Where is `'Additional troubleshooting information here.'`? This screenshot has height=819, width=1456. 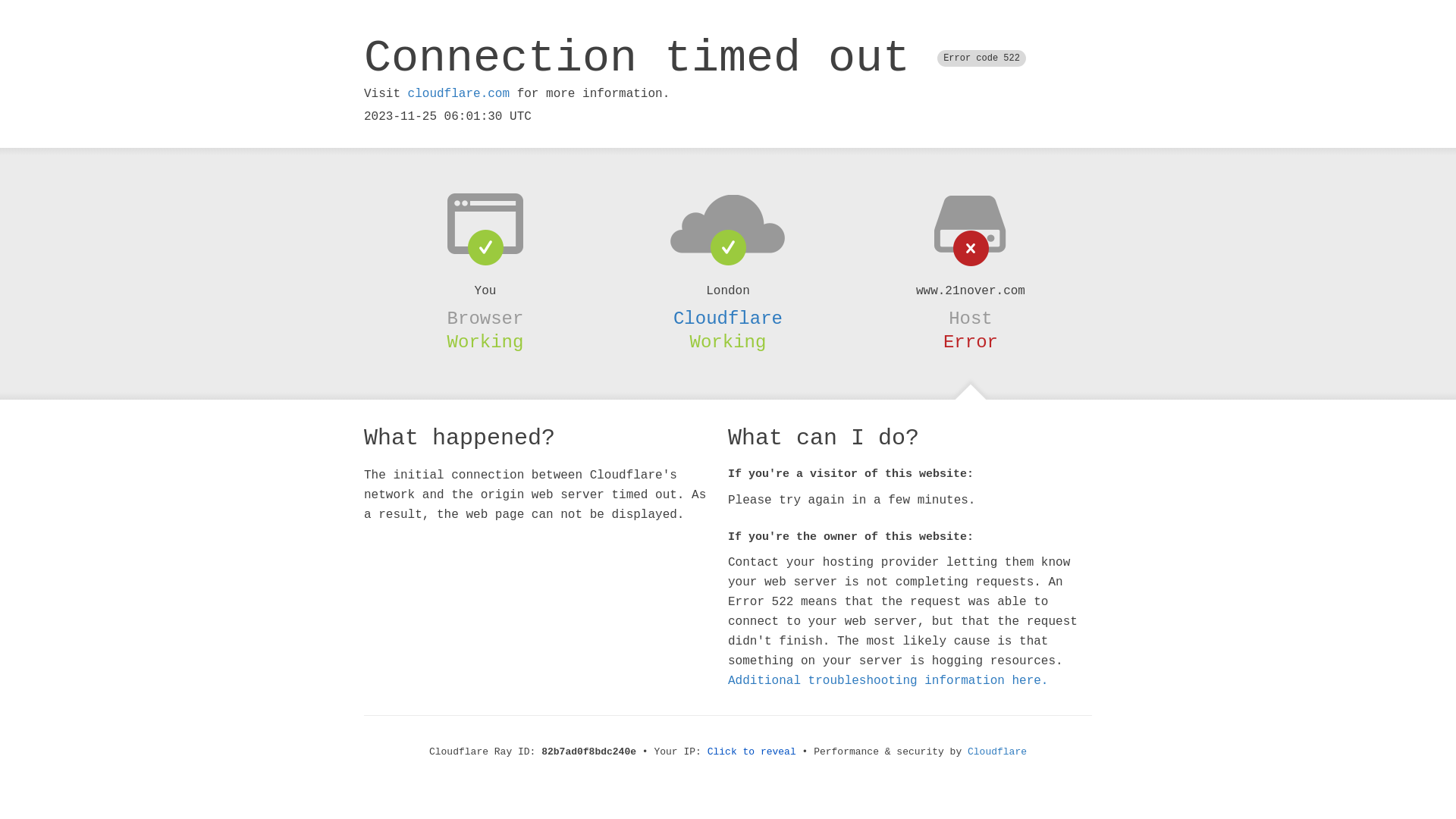 'Additional troubleshooting information here.' is located at coordinates (888, 680).